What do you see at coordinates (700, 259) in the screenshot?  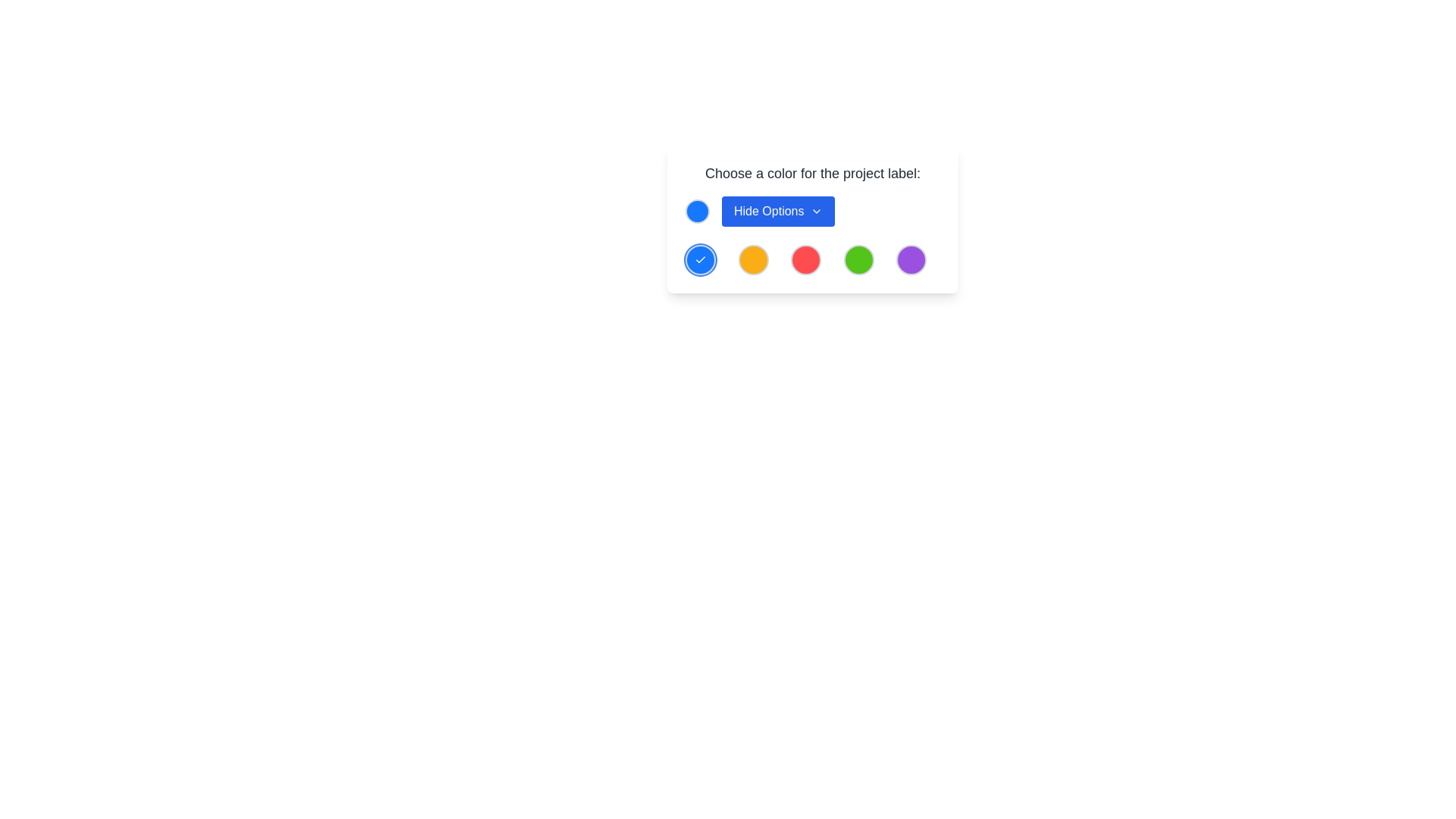 I see `the white checkmark symbol over the blue circular background to confirm selection` at bounding box center [700, 259].